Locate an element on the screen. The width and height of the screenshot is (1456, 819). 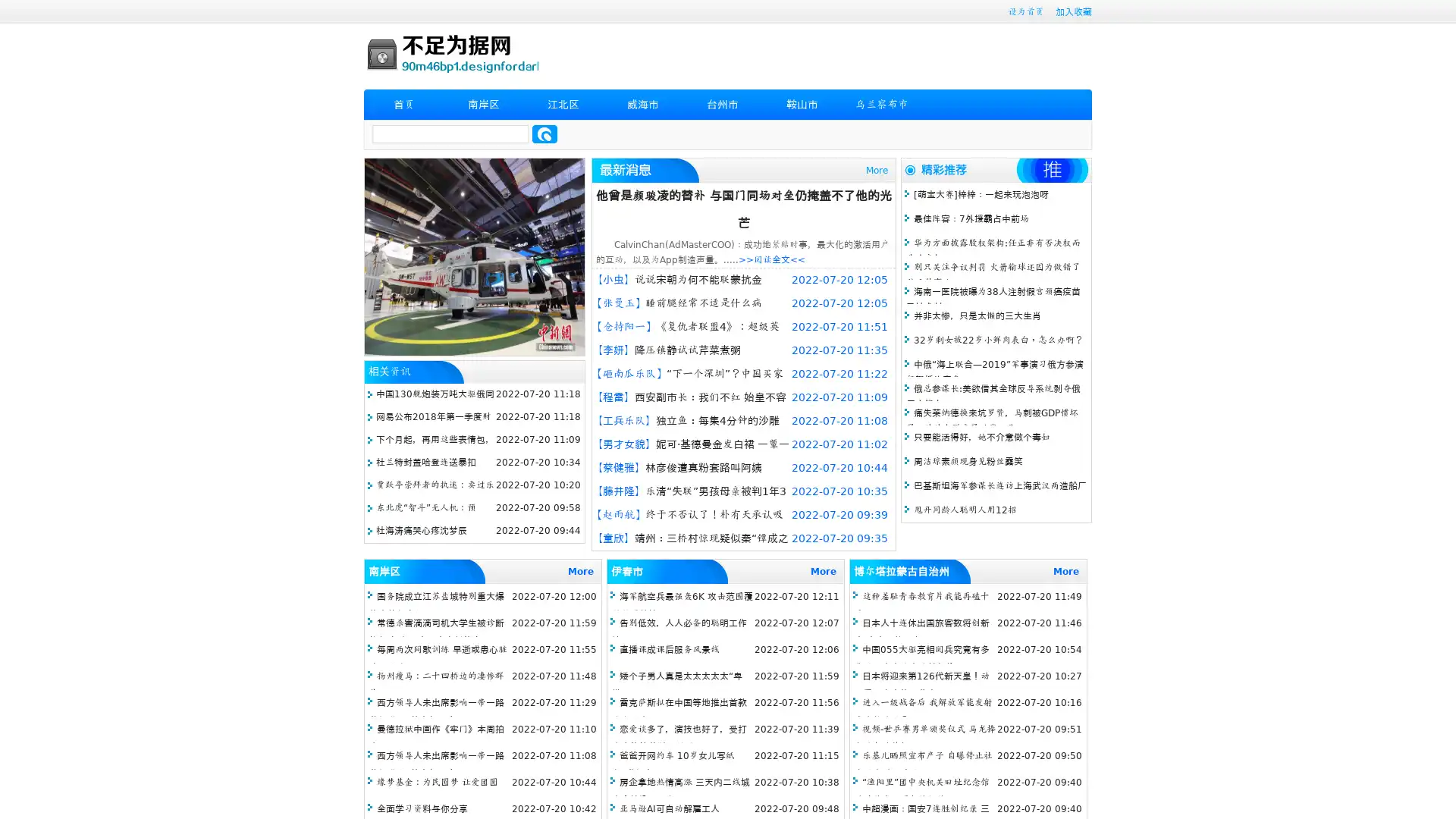
Search is located at coordinates (544, 133).